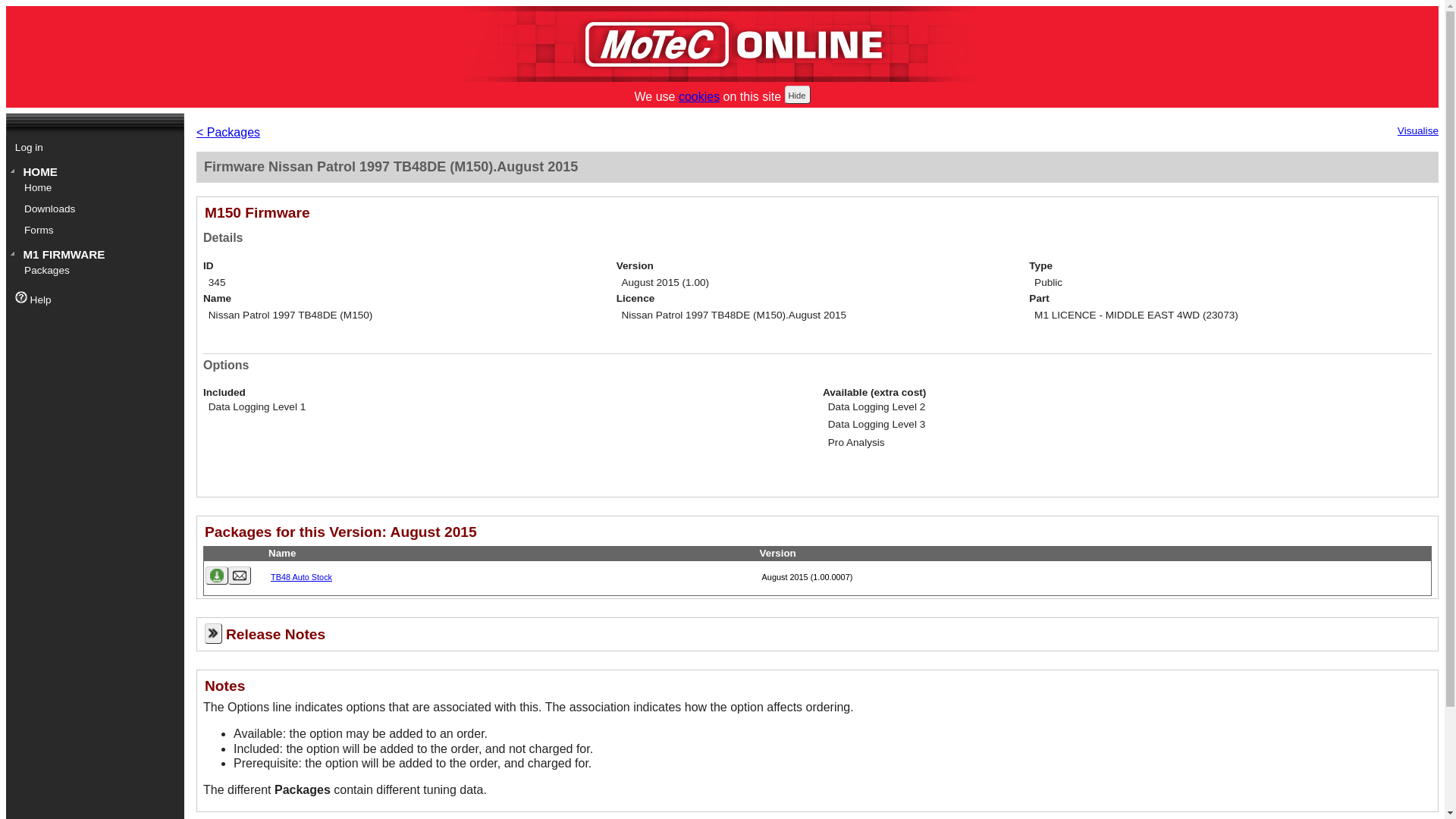 The width and height of the screenshot is (1456, 819). What do you see at coordinates (239, 576) in the screenshot?
I see `'Email package'` at bounding box center [239, 576].